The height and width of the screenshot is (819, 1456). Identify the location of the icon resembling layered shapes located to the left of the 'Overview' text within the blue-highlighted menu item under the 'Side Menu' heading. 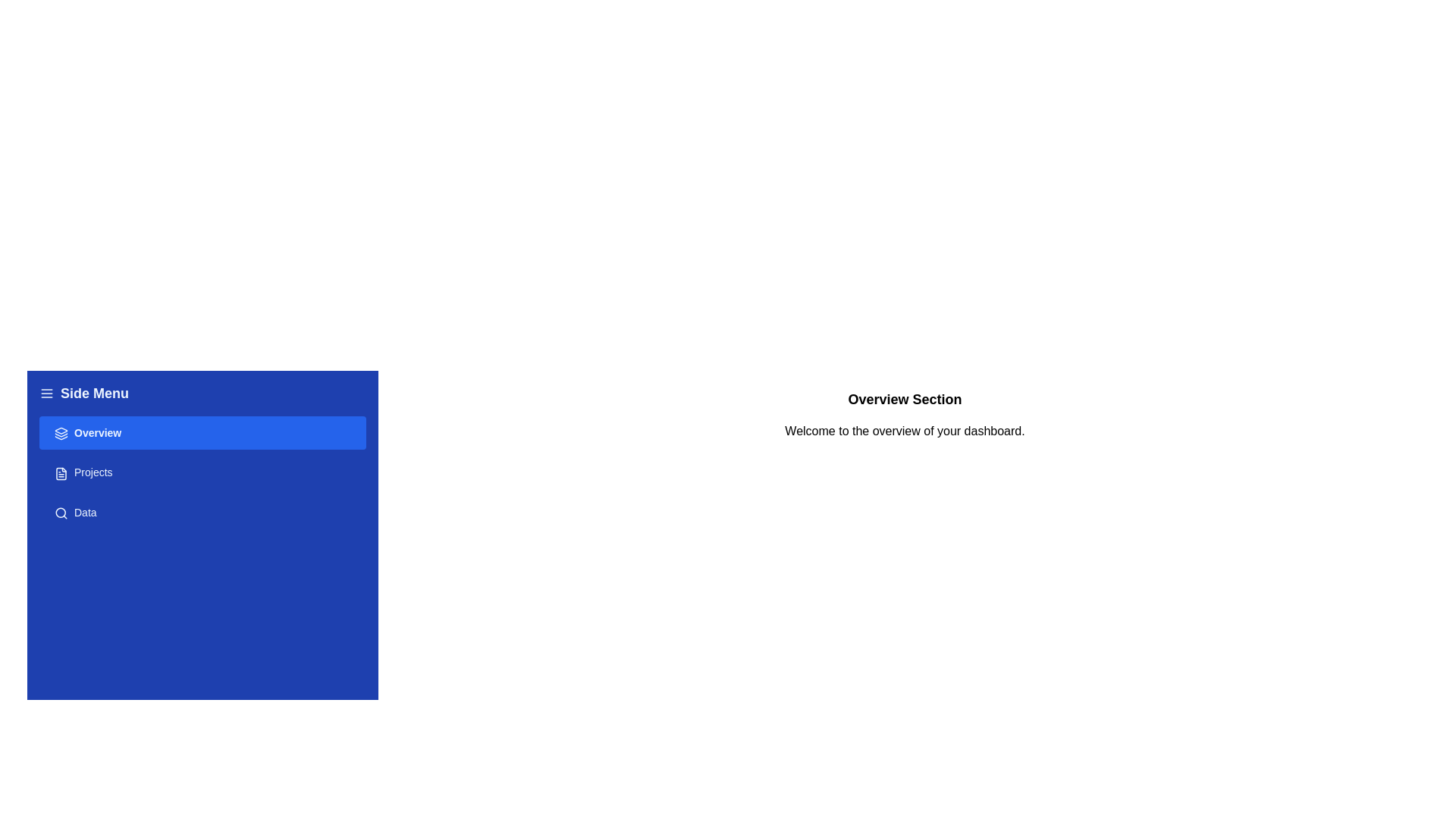
(61, 433).